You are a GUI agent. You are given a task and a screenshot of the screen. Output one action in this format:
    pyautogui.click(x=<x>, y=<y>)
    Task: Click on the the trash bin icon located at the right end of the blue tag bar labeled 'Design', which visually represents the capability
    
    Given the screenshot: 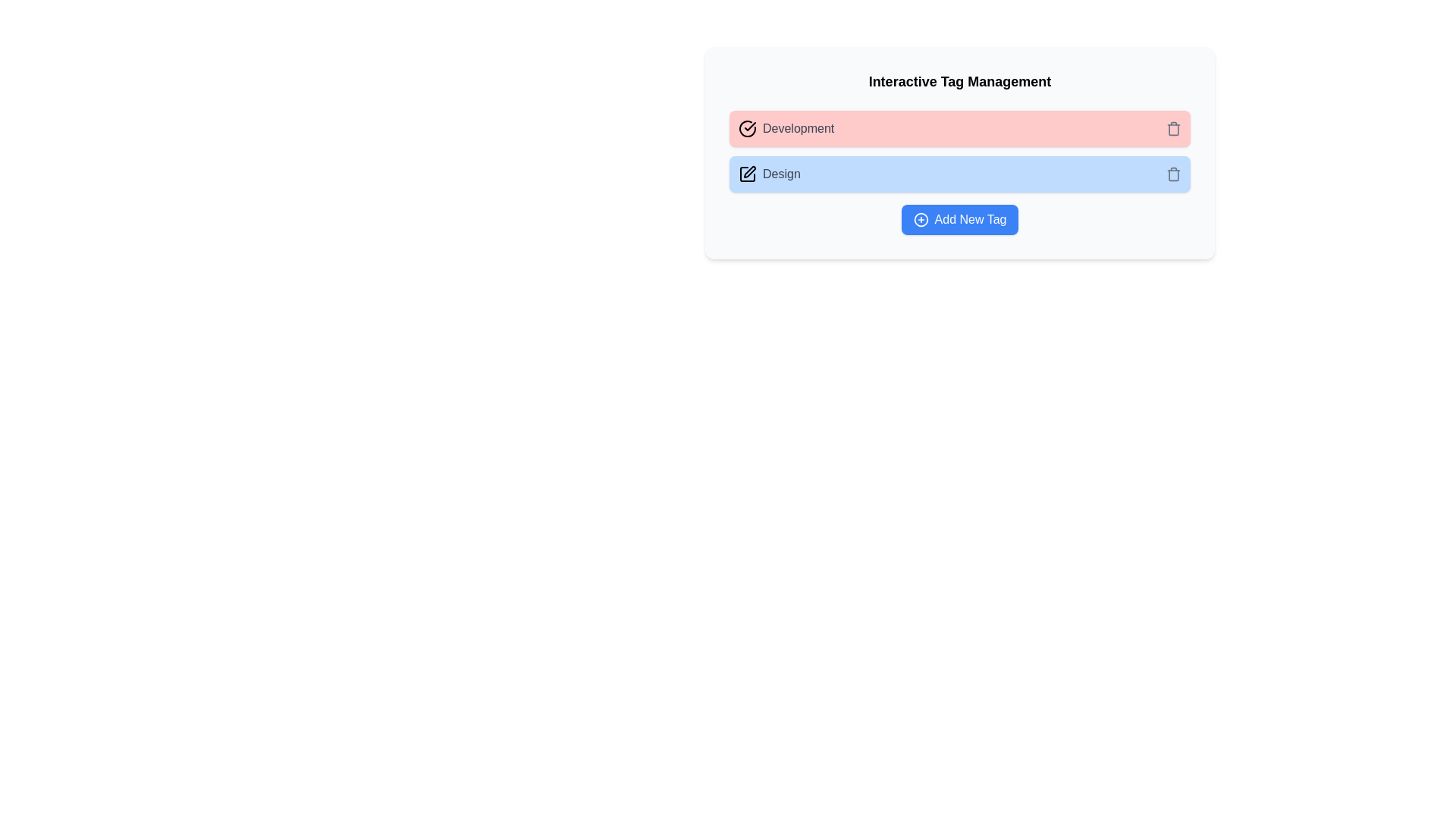 What is the action you would take?
    pyautogui.click(x=1173, y=174)
    